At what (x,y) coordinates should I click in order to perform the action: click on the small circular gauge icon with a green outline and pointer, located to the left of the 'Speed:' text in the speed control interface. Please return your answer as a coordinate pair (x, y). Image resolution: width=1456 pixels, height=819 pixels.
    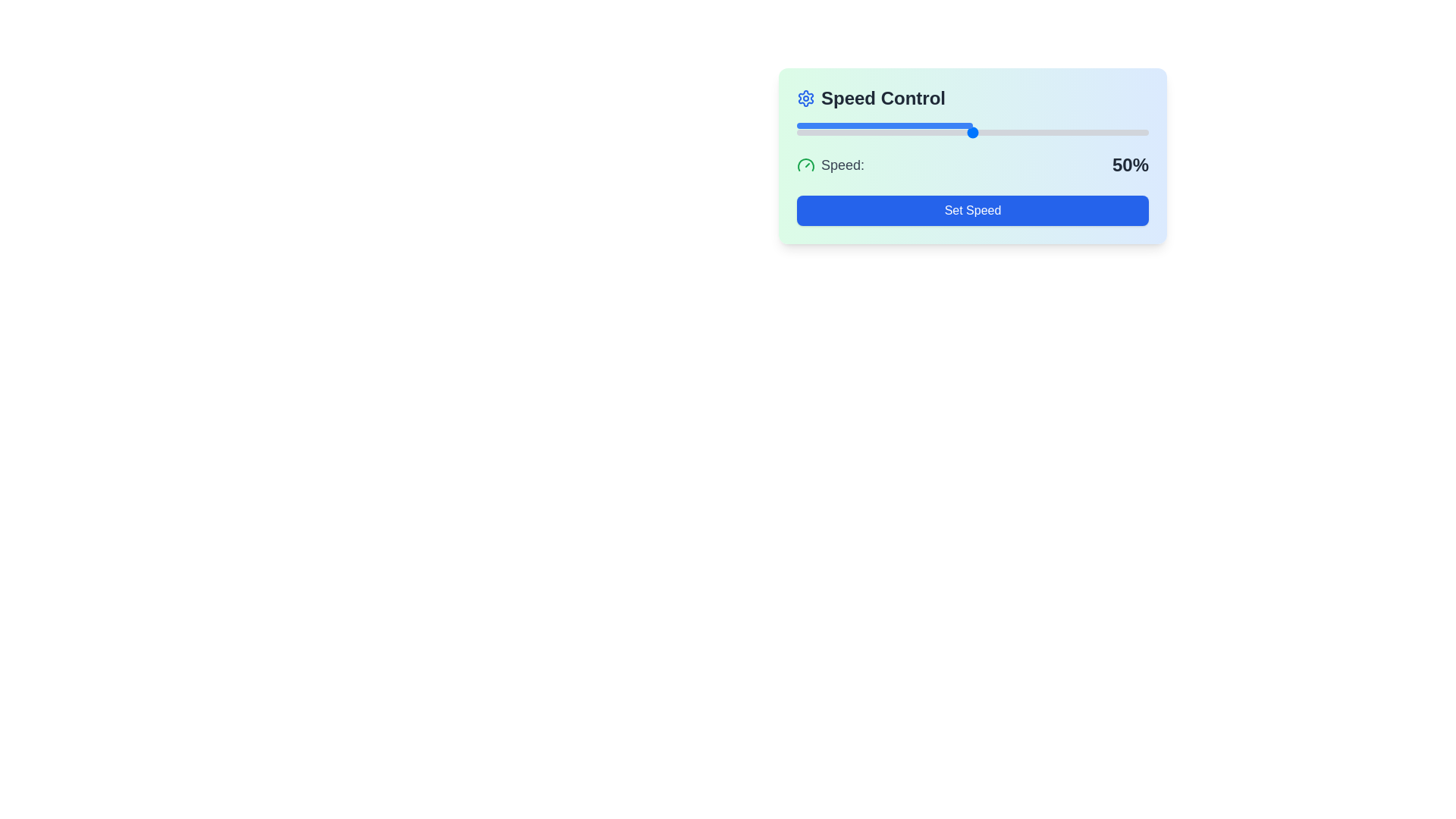
    Looking at the image, I should click on (805, 165).